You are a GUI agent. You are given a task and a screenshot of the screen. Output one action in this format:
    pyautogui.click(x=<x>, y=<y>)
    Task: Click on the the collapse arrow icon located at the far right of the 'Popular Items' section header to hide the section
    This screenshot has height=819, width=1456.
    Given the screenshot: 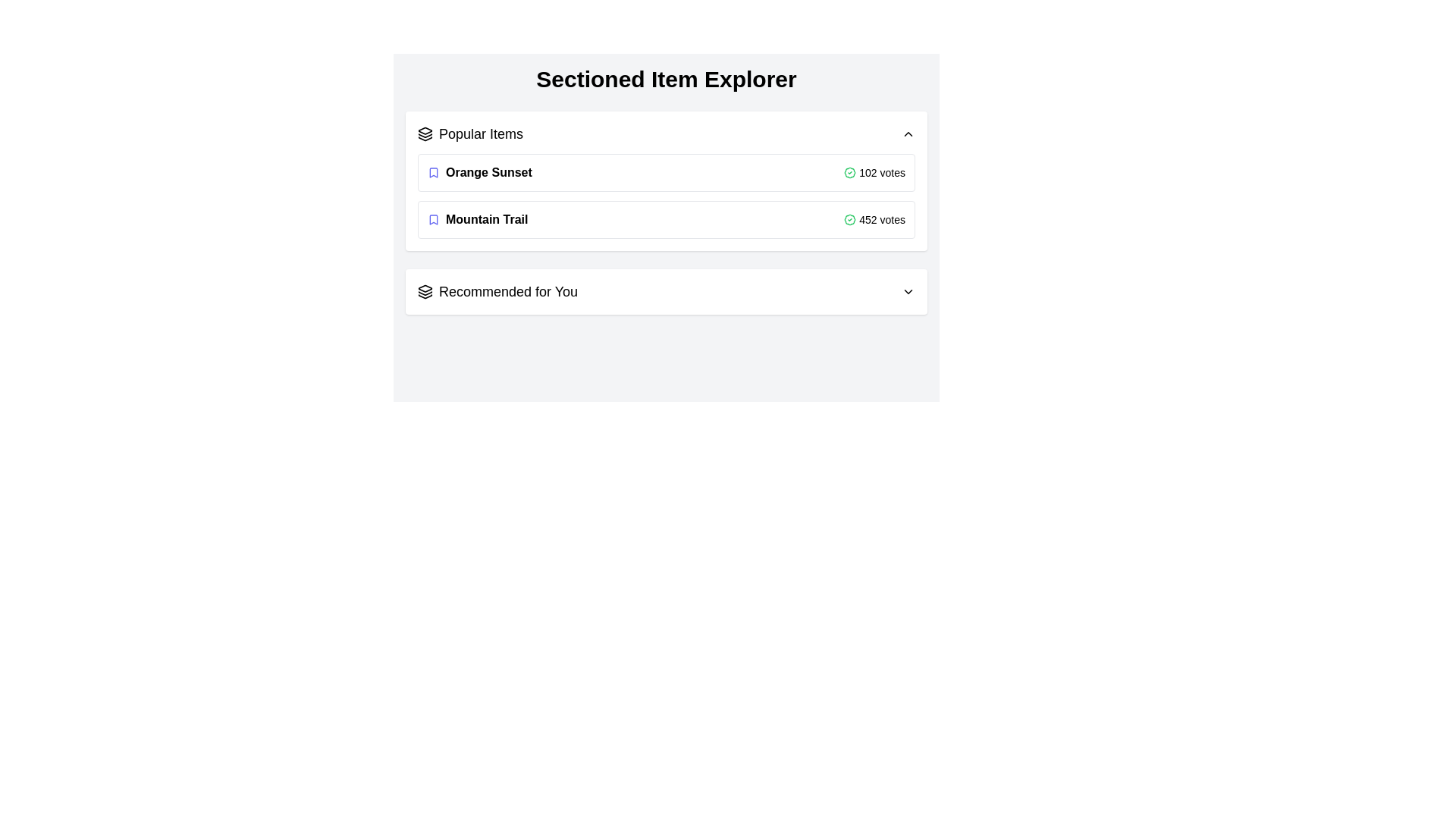 What is the action you would take?
    pyautogui.click(x=908, y=133)
    